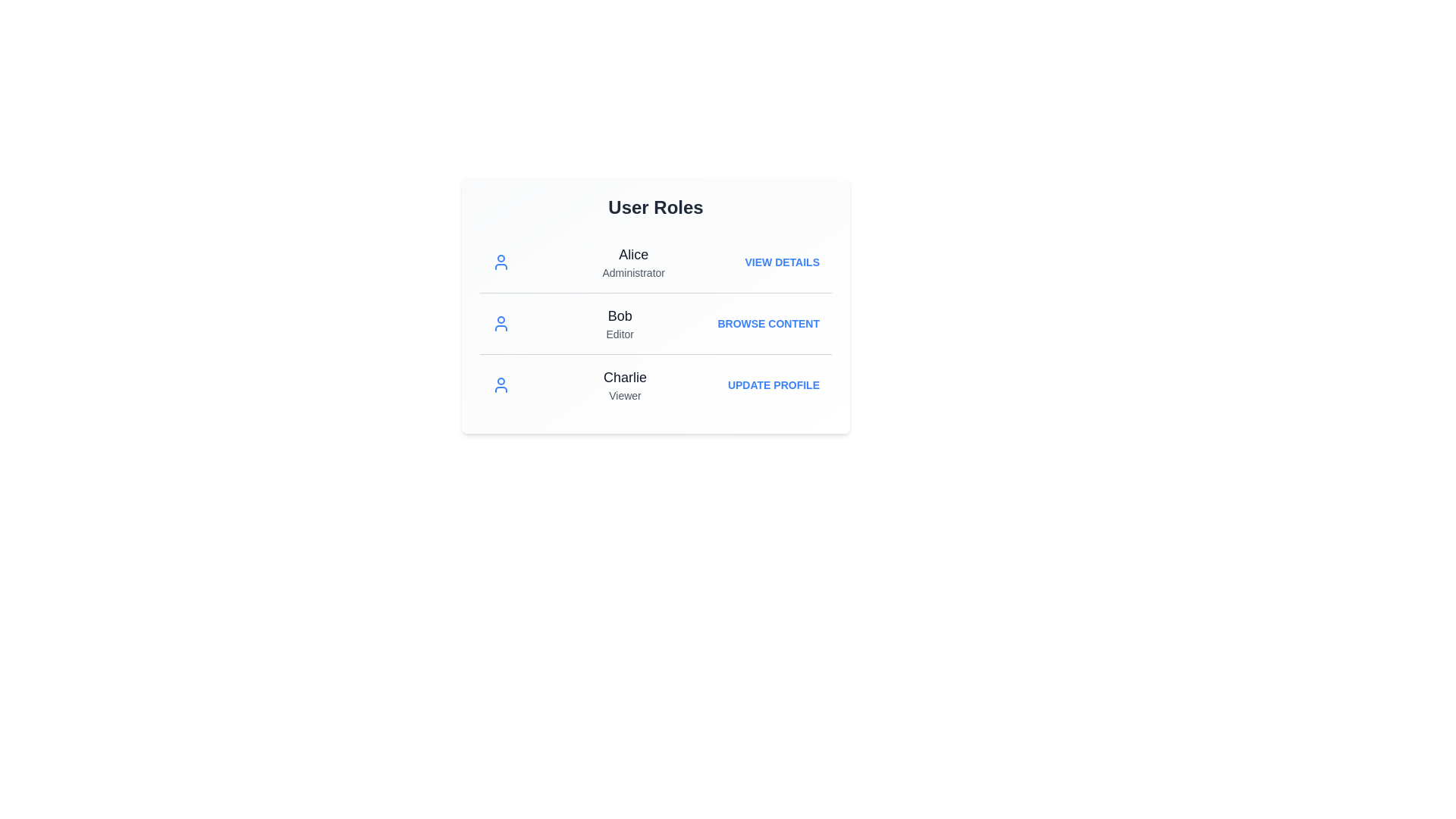  What do you see at coordinates (768, 323) in the screenshot?
I see `the text label styled in uppercase blue font that reads 'BROWSE CONTENT', which is the last visible element in the 'User Roles' table for 'Bob - Editor'` at bounding box center [768, 323].